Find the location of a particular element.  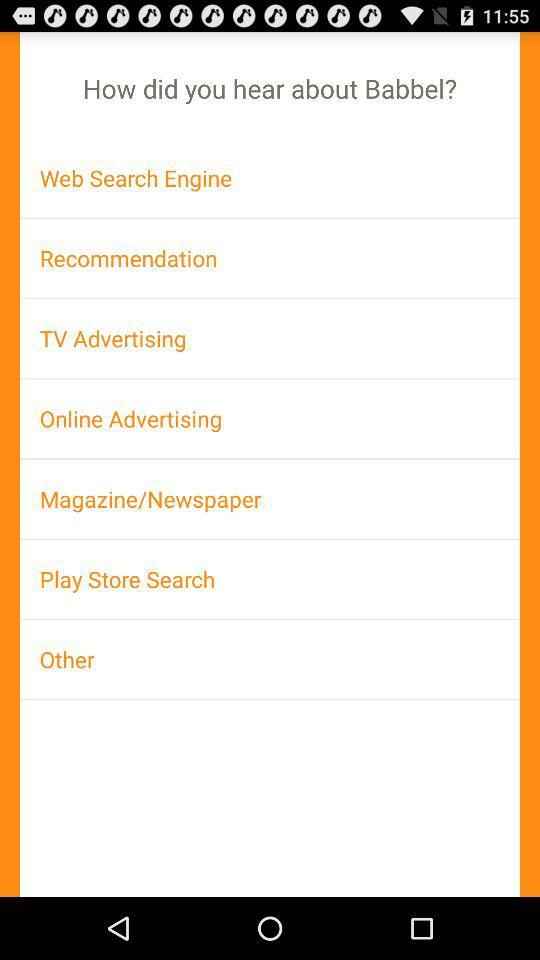

the online advertising item is located at coordinates (270, 417).